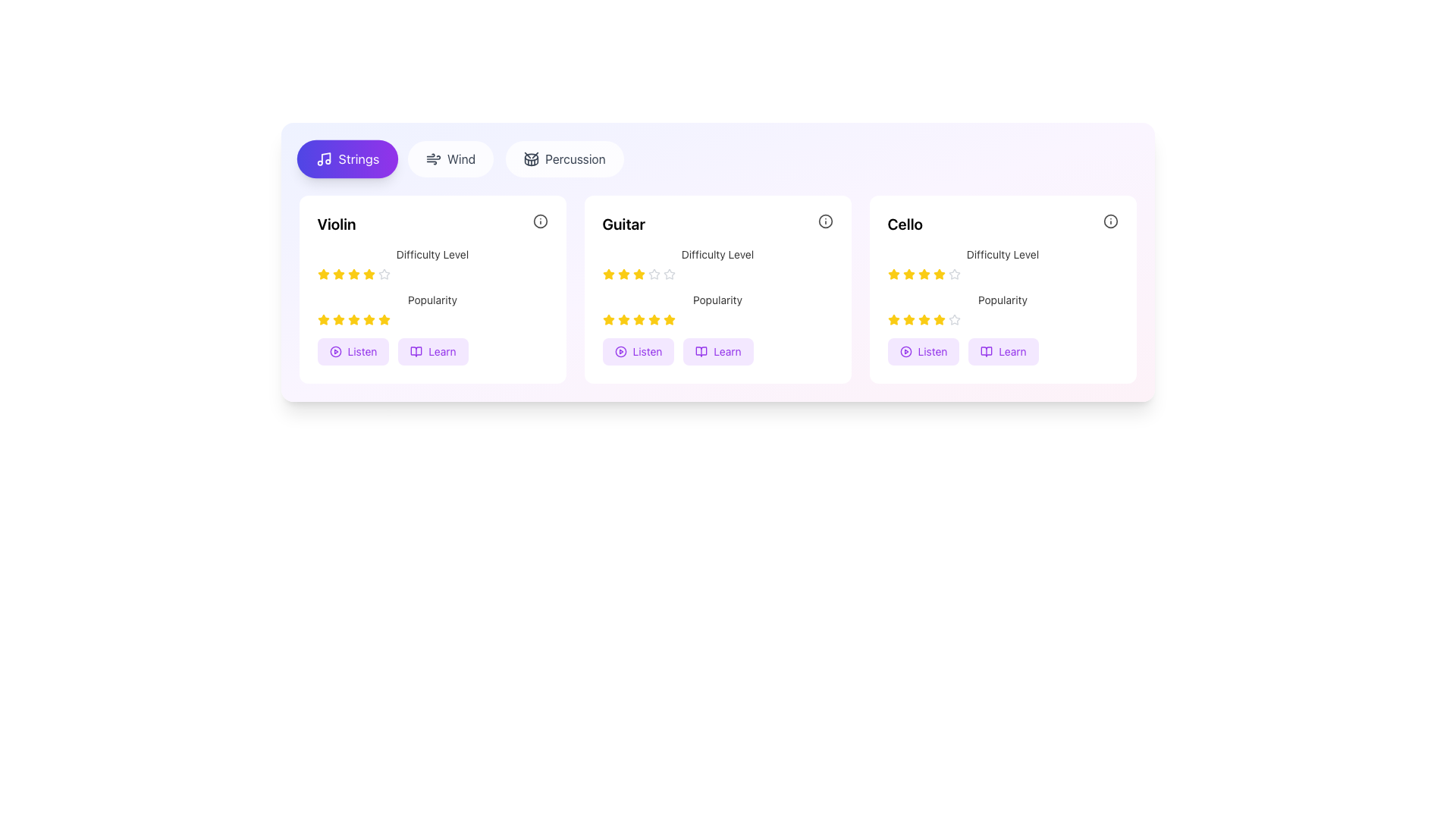 Image resolution: width=1456 pixels, height=819 pixels. I want to click on the rightmost button in the button group that initiates a learning action related to the 'Violin' topic, so click(441, 351).